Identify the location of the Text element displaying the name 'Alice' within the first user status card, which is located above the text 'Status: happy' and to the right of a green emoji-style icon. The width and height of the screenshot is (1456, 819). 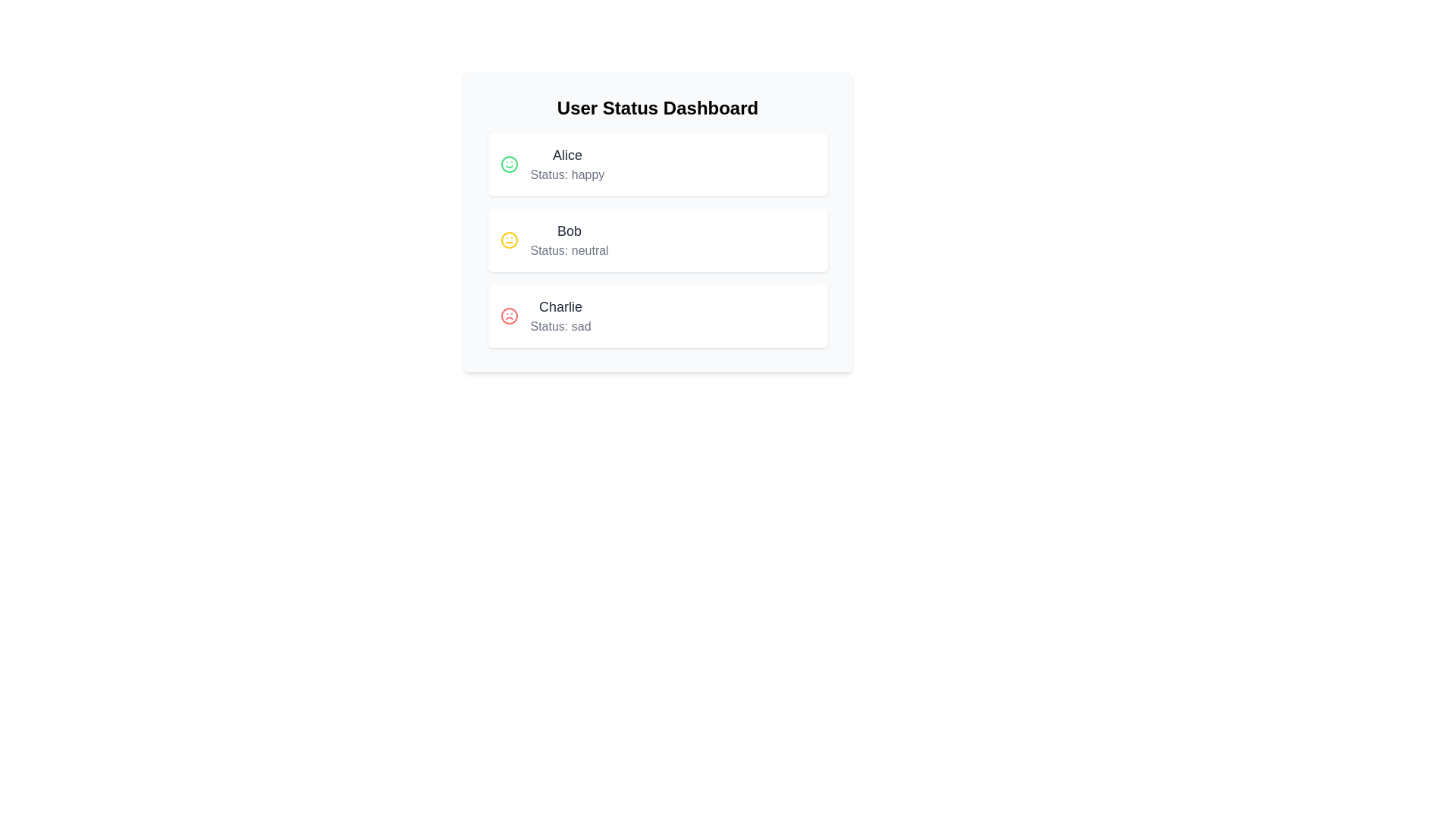
(566, 155).